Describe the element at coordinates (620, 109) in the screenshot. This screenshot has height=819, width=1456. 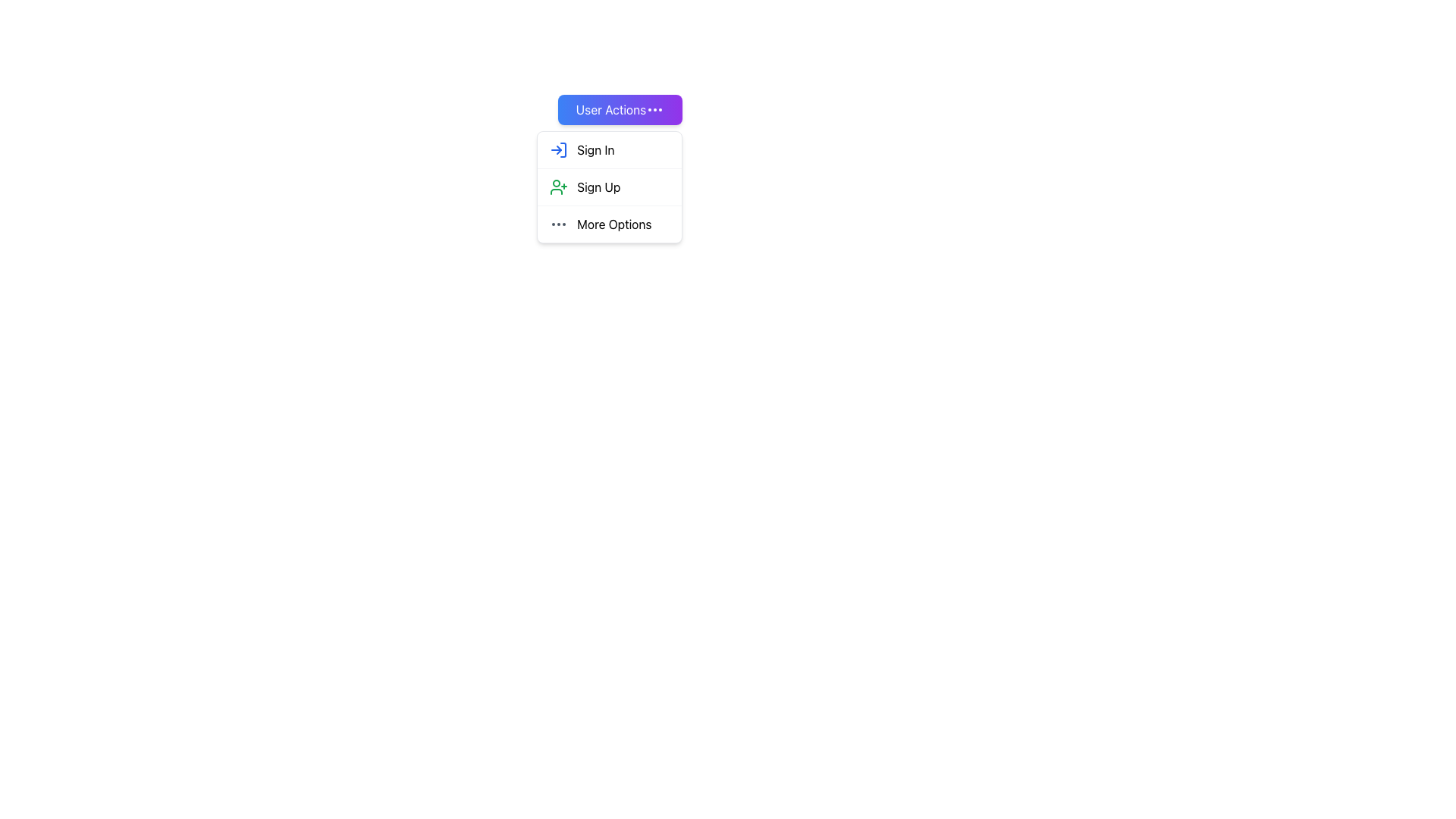
I see `the Dropdown Trigger Button located at the top center of the dropdown menu` at that location.